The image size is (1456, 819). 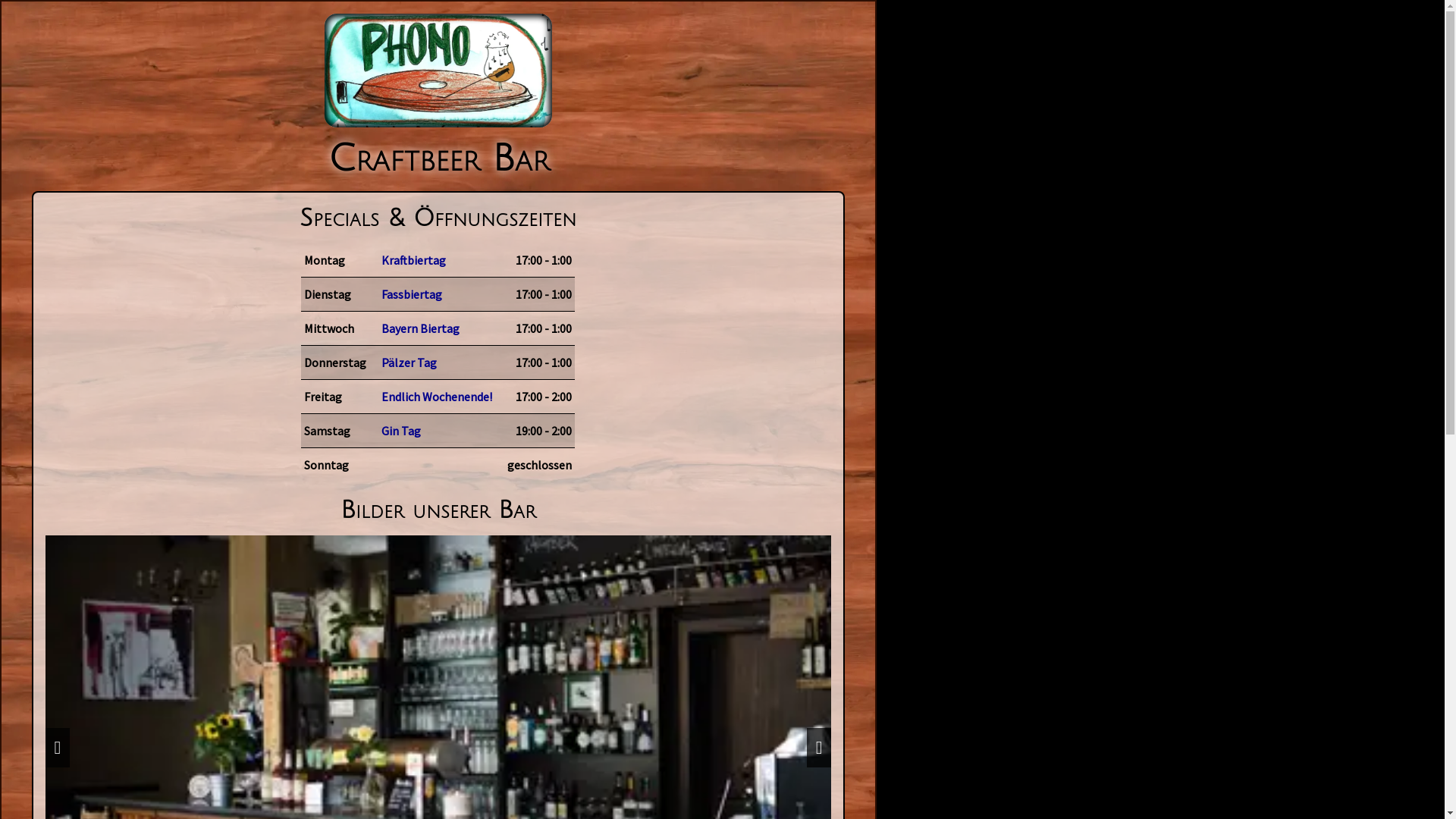 I want to click on 'Kraftbiertag', so click(x=436, y=259).